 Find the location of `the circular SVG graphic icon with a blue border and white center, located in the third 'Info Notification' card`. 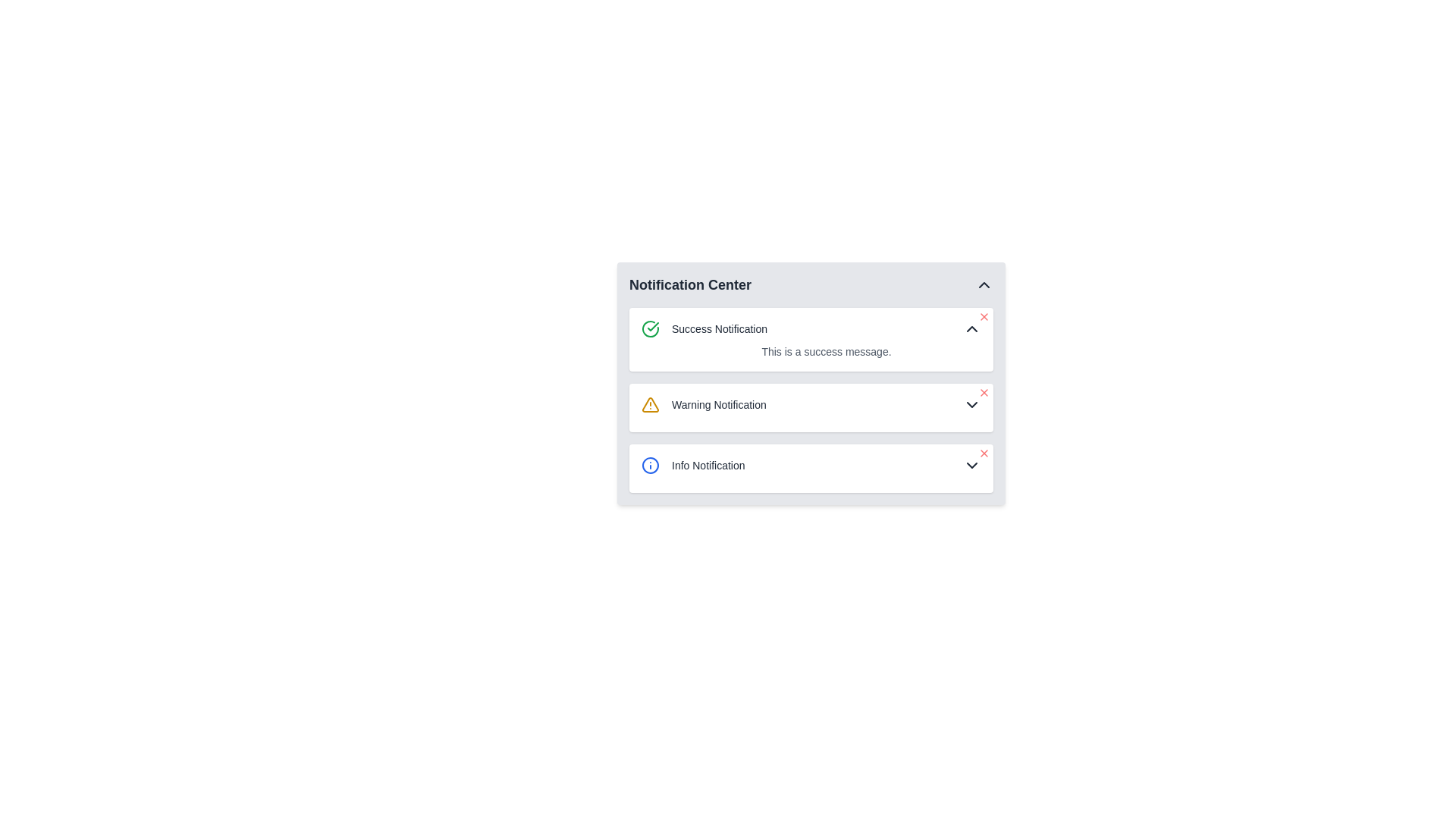

the circular SVG graphic icon with a blue border and white center, located in the third 'Info Notification' card is located at coordinates (651, 464).